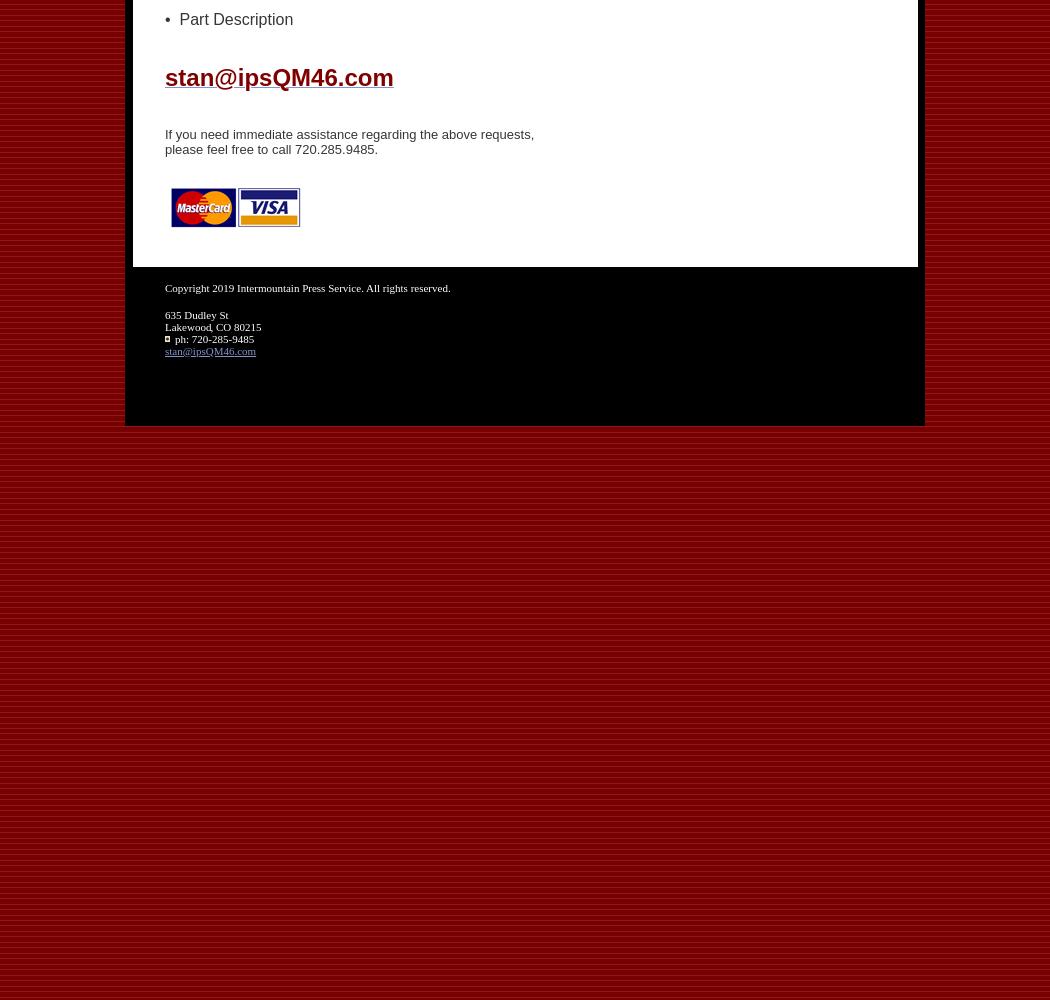 Image resolution: width=1050 pixels, height=1000 pixels. Describe the element at coordinates (173, 349) in the screenshot. I see `'stan'` at that location.